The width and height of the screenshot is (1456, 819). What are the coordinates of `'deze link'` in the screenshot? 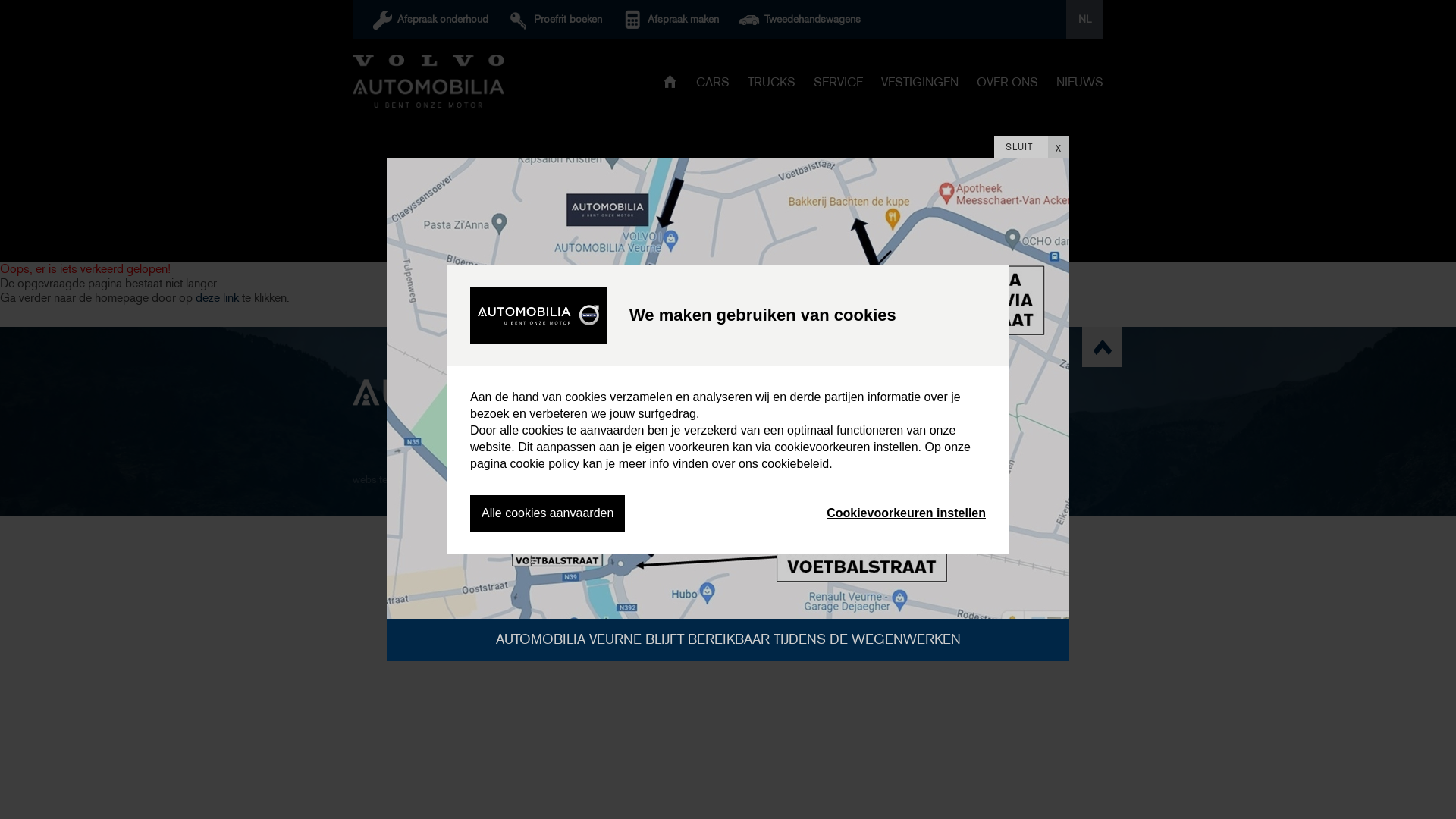 It's located at (216, 297).